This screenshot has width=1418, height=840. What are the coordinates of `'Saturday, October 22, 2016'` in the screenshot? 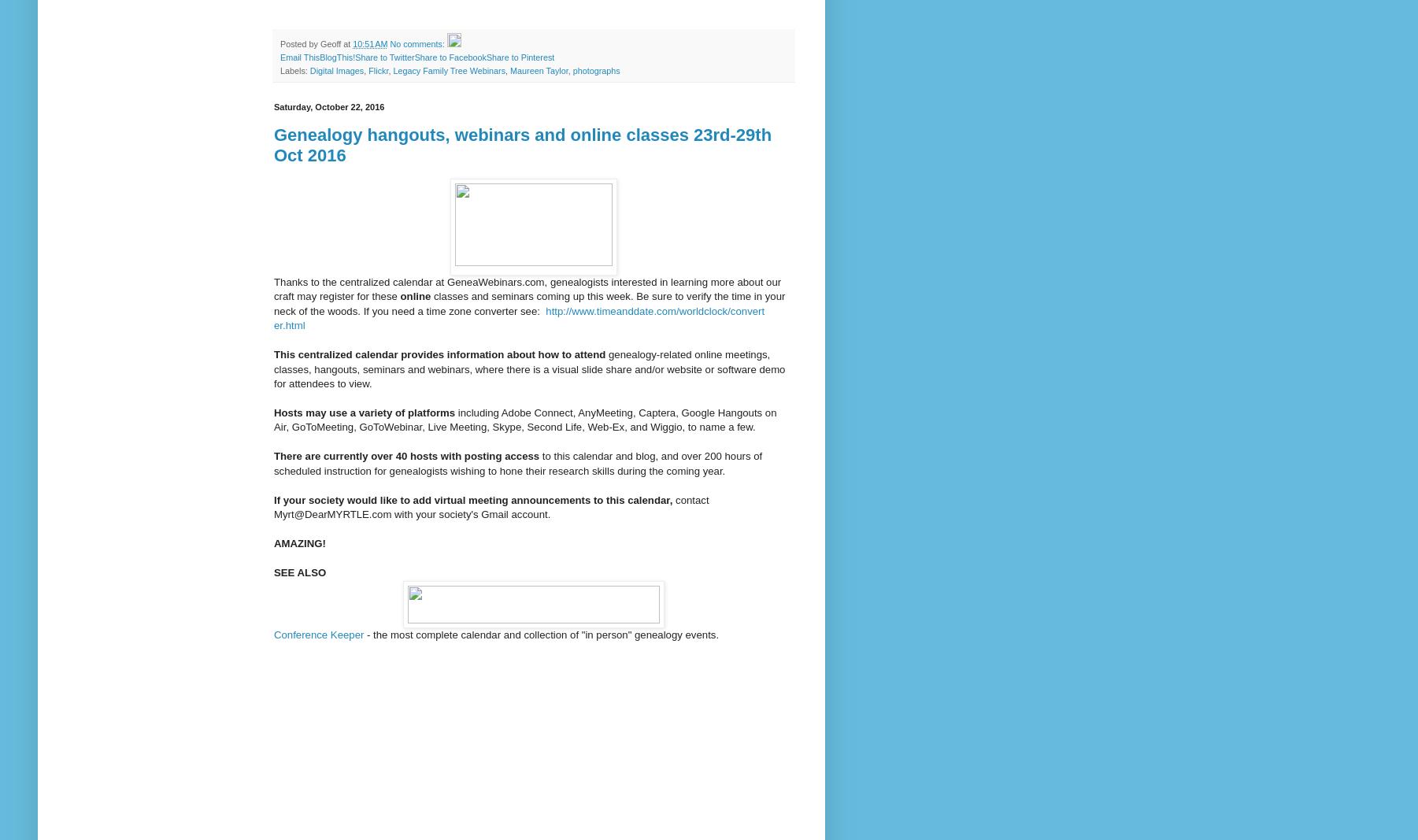 It's located at (328, 106).